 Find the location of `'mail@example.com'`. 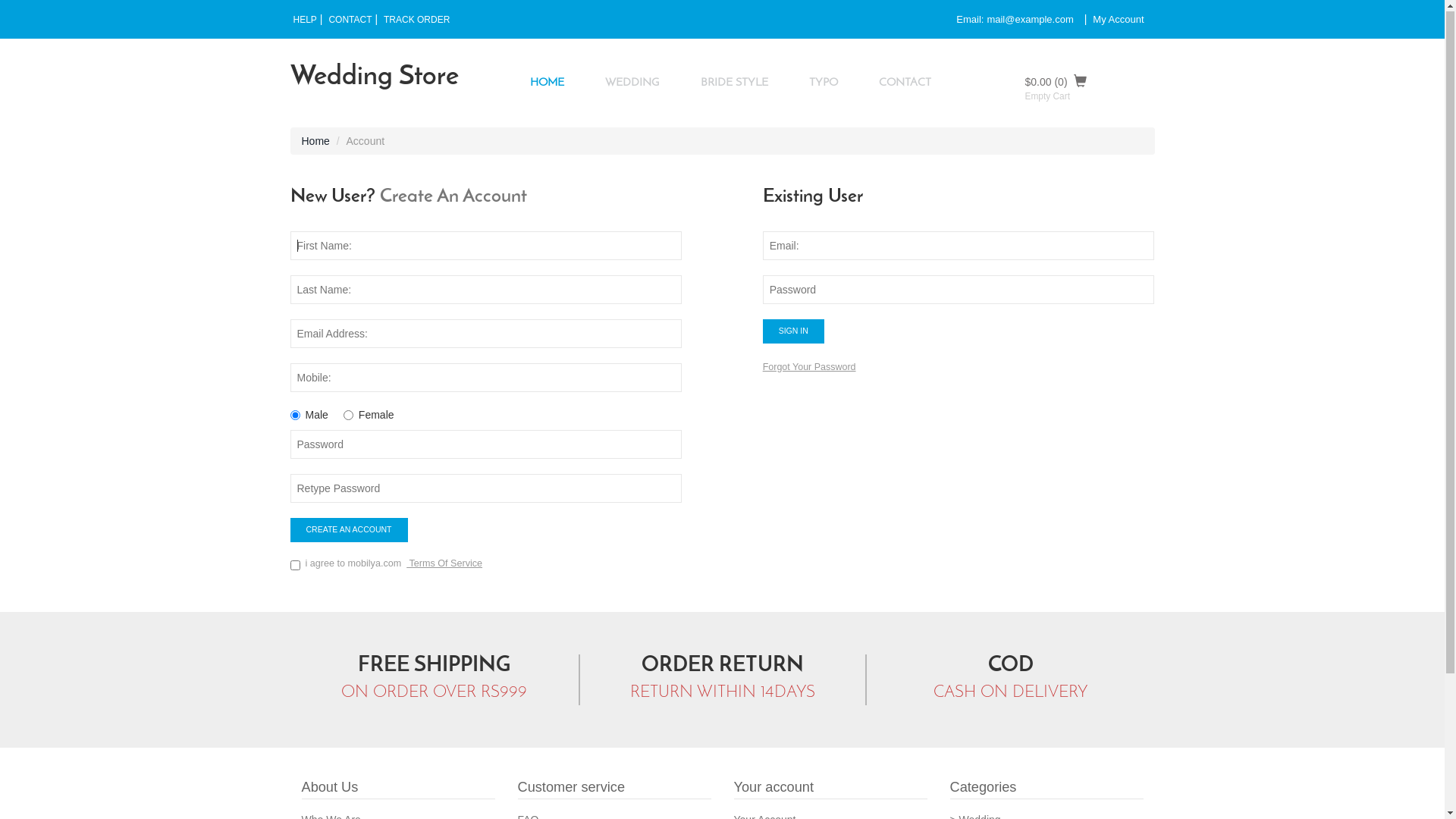

'mail@example.com' is located at coordinates (1030, 20).